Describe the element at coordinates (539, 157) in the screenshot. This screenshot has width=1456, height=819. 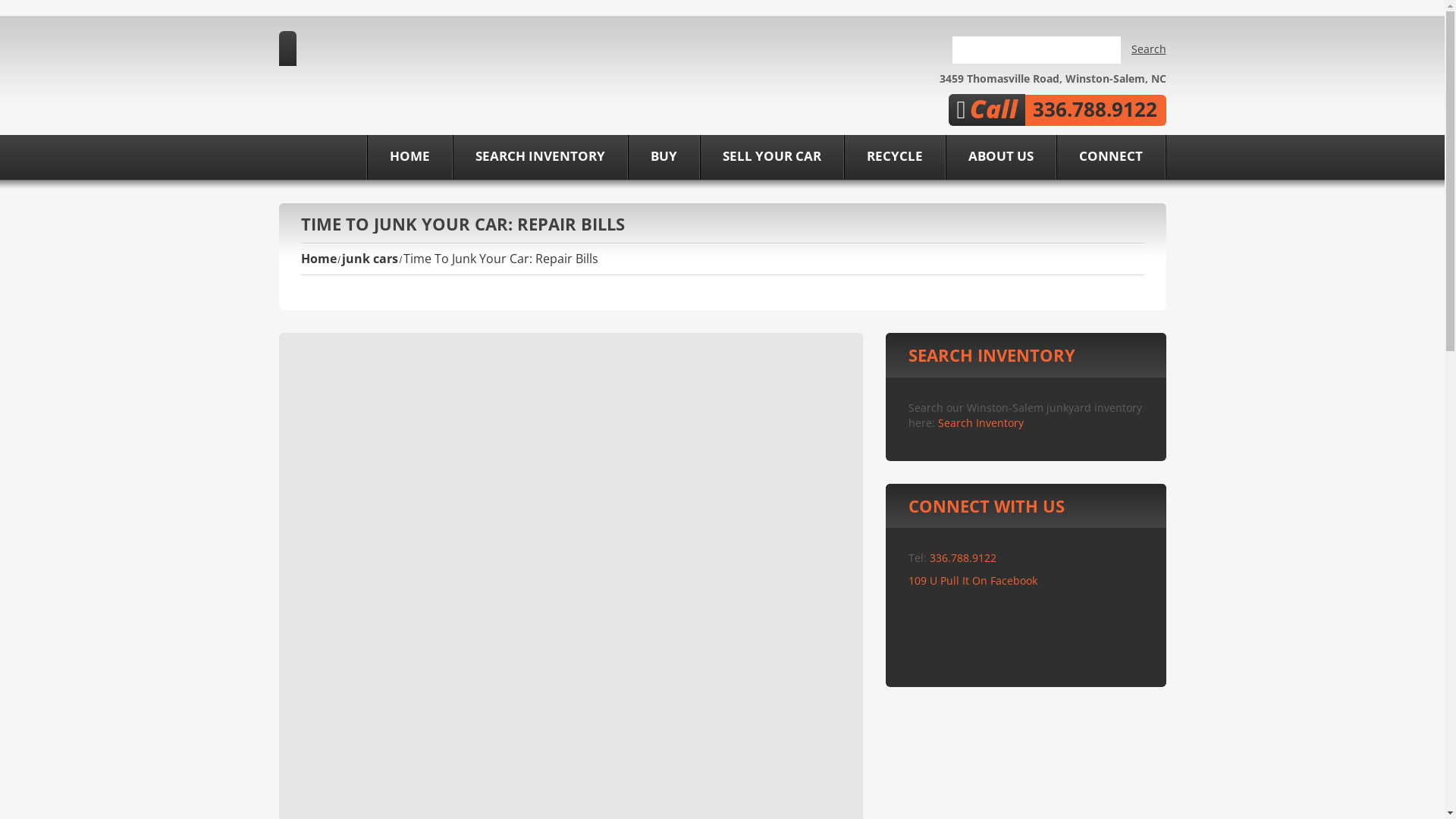
I see `'SEARCH INVENTORY'` at that location.